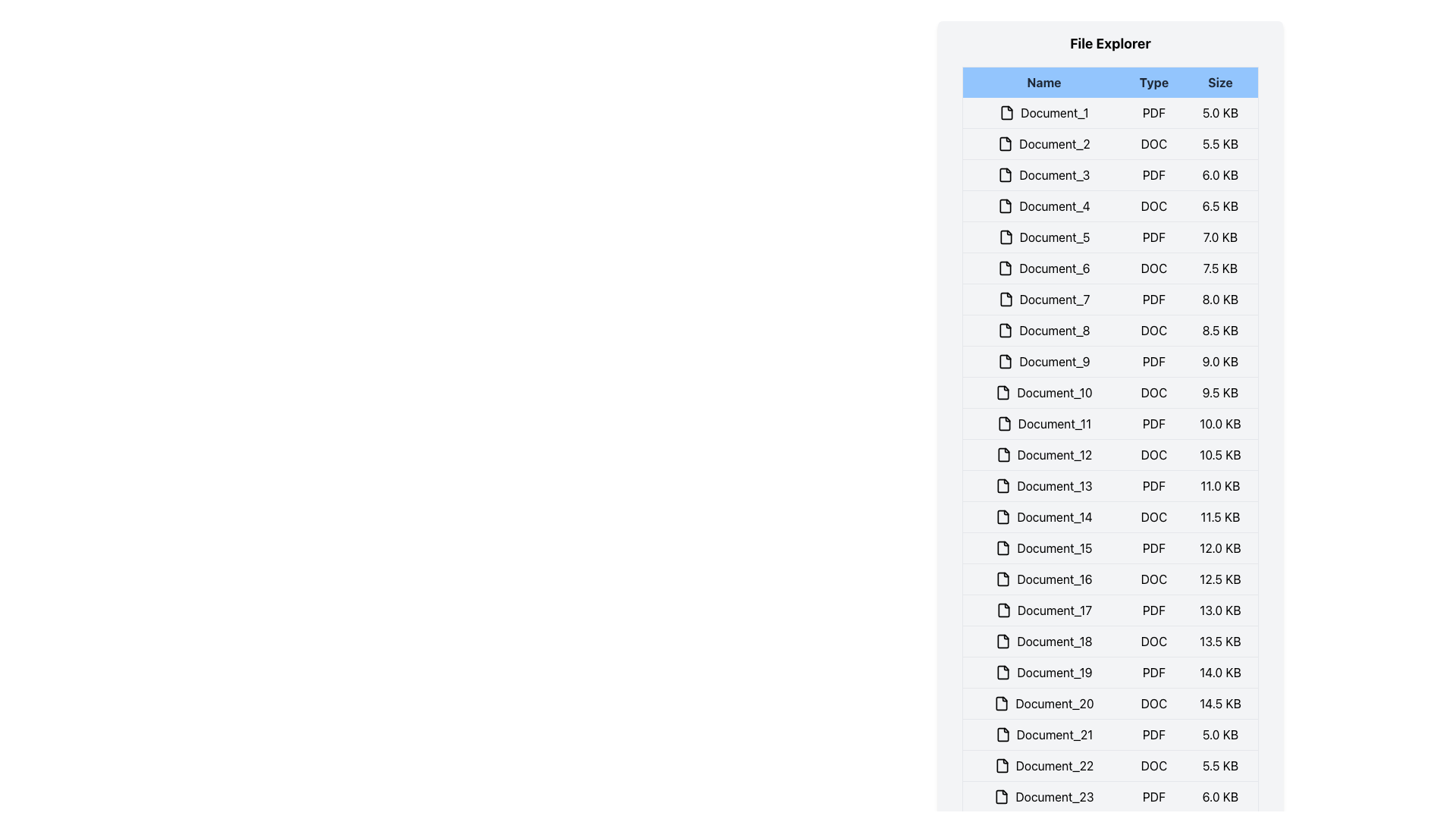 The height and width of the screenshot is (819, 1456). I want to click on the icon representing the file associated with the row labeled 'Document_17', so click(1003, 610).